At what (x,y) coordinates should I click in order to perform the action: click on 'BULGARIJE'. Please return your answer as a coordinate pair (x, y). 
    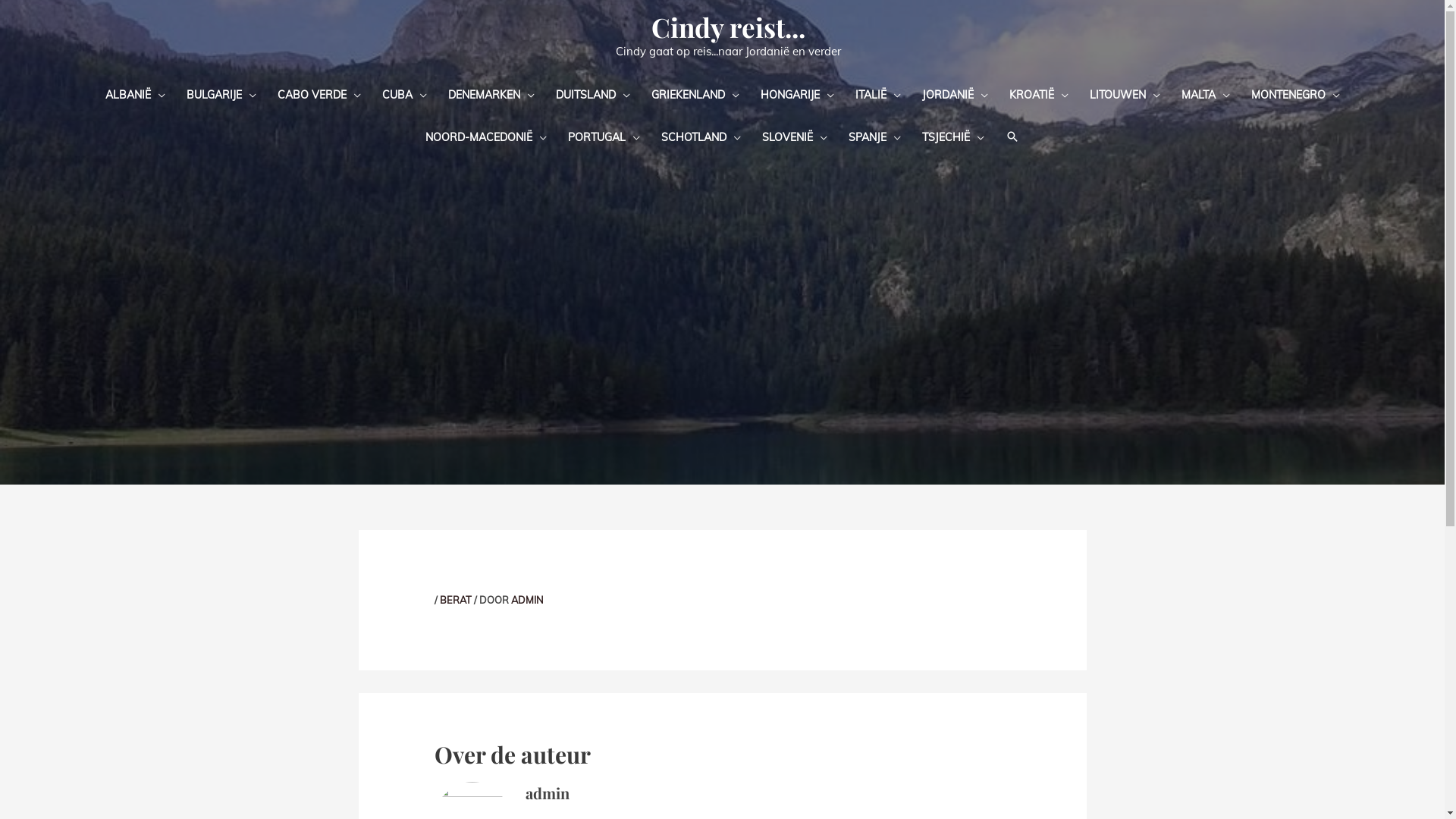
    Looking at the image, I should click on (221, 93).